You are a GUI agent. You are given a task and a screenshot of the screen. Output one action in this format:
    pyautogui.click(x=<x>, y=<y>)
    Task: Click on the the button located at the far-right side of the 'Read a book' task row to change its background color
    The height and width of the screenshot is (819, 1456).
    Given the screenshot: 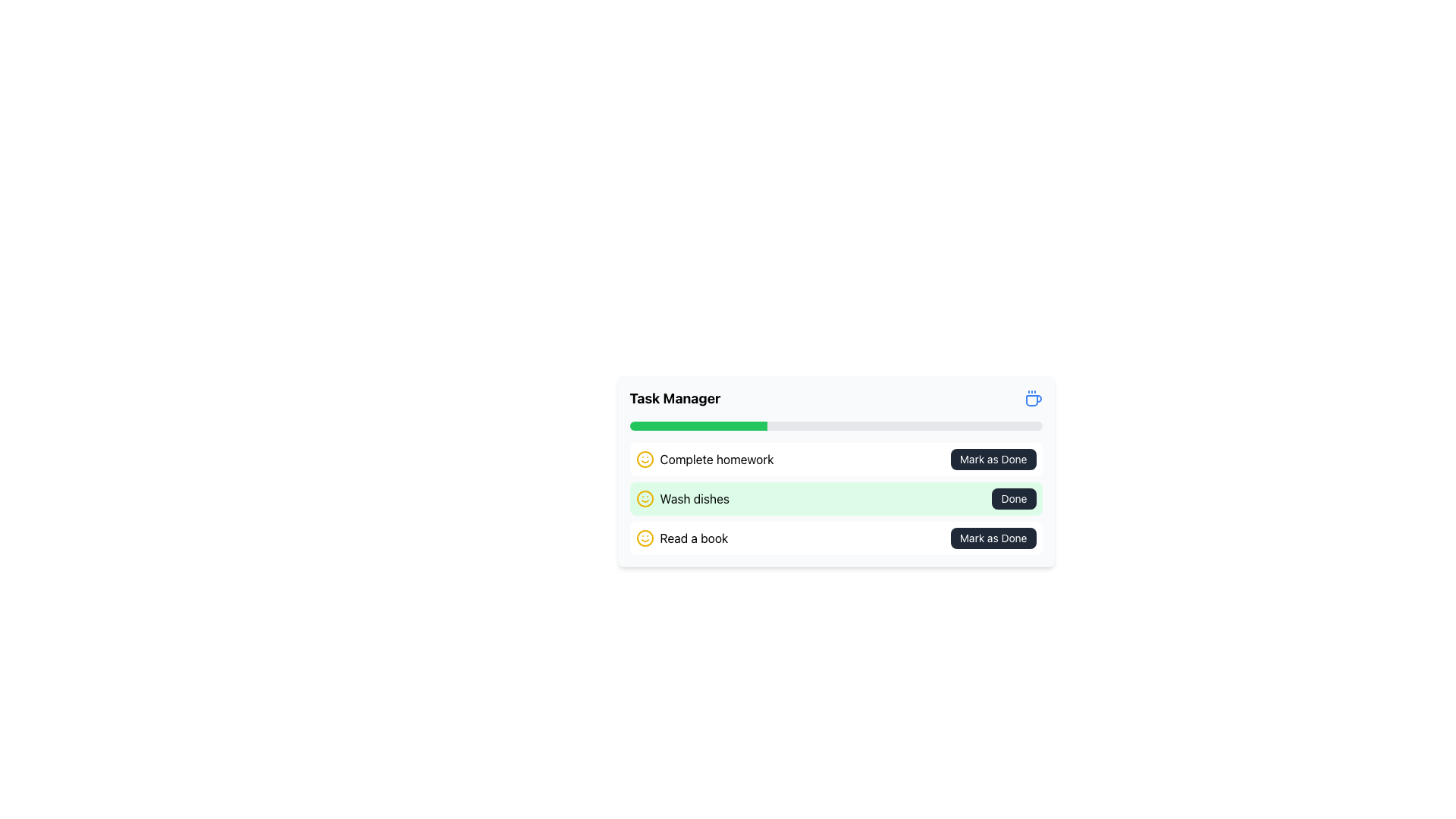 What is the action you would take?
    pyautogui.click(x=993, y=537)
    